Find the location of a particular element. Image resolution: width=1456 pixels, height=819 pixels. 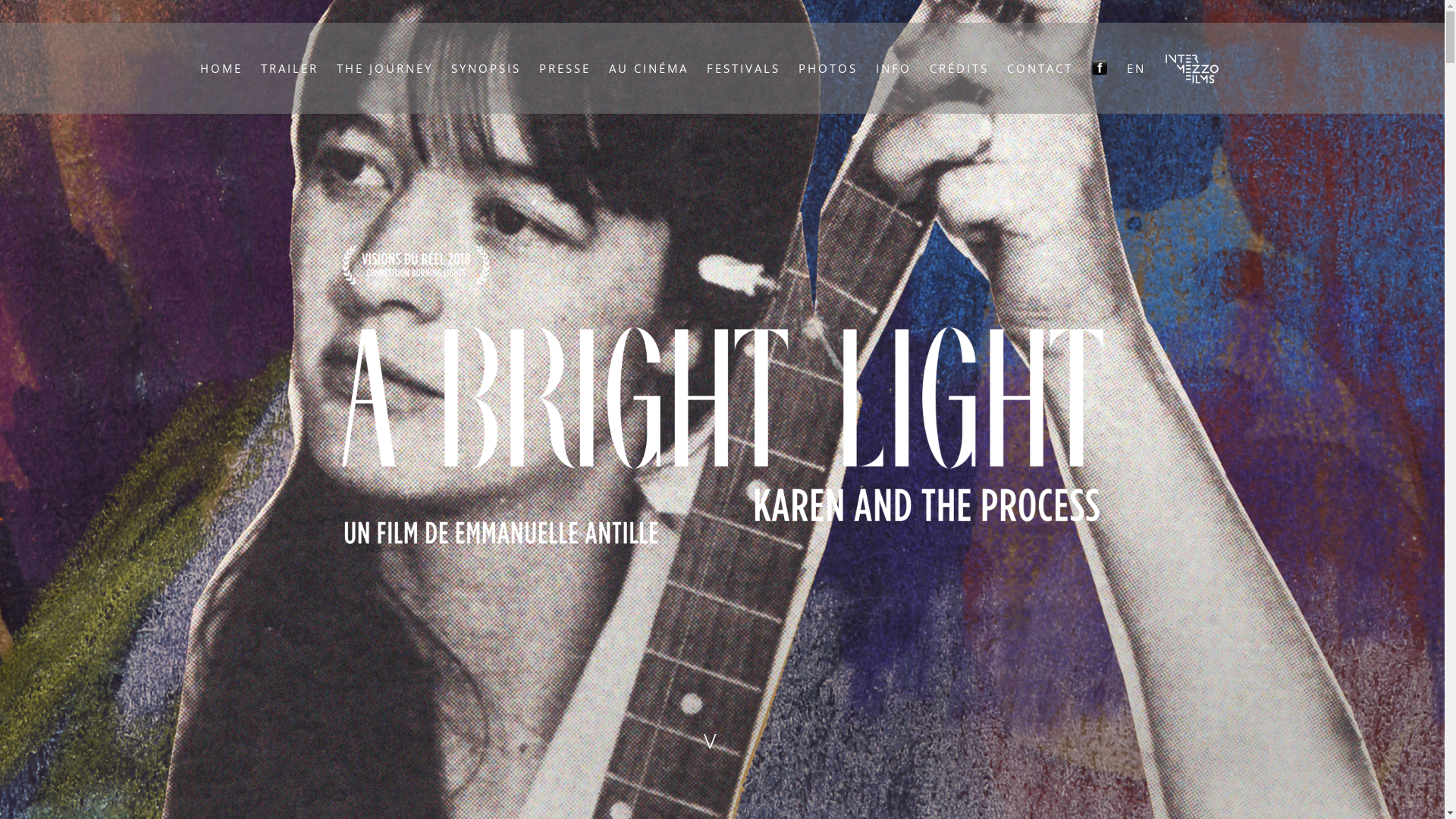

'PHOTOS' is located at coordinates (827, 67).